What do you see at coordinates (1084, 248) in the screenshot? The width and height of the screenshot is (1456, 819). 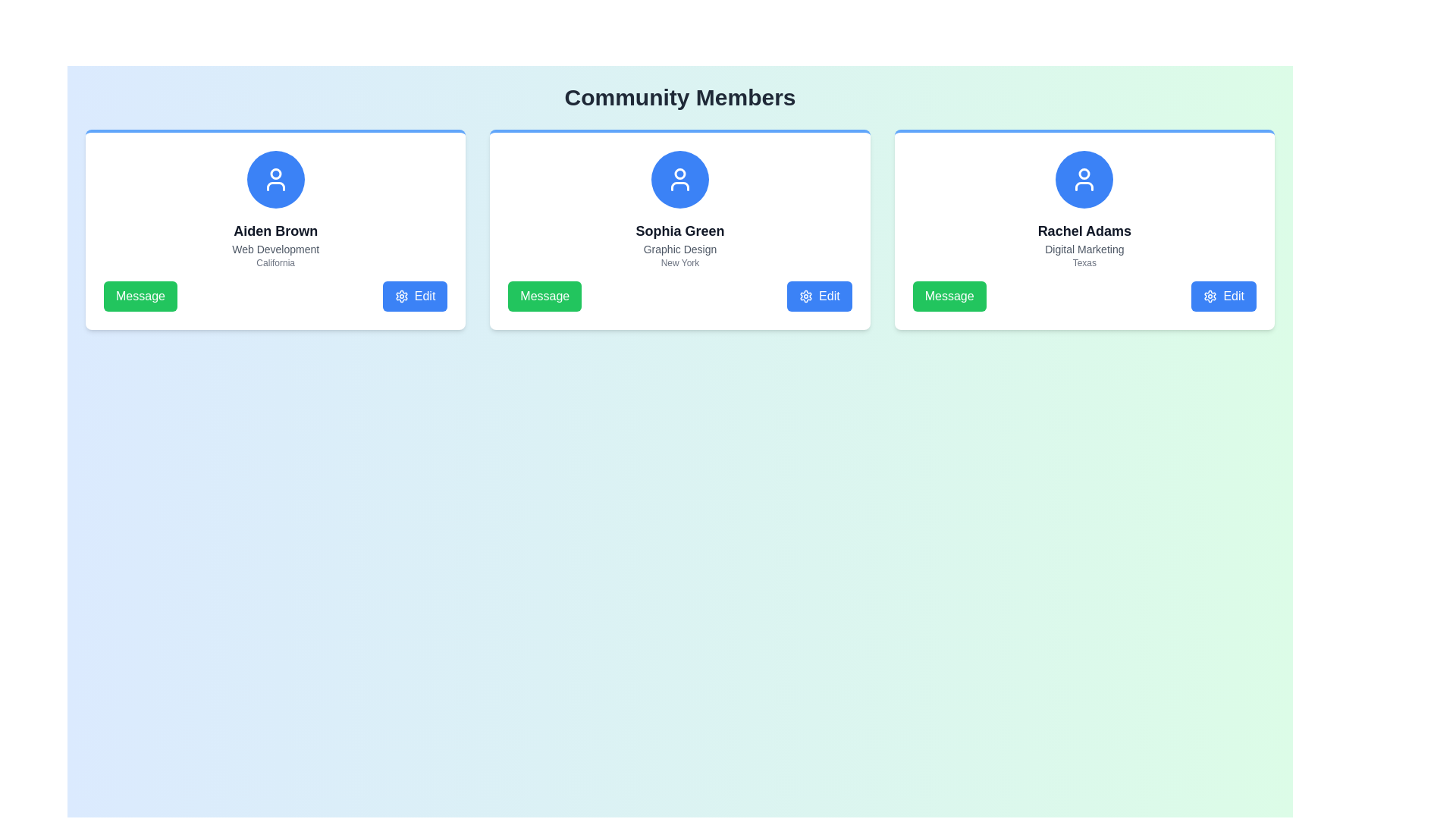 I see `displayed text 'Digital Marketing' from the text label located below 'Rachel Adams' and above 'Texas' in the last profile card` at bounding box center [1084, 248].